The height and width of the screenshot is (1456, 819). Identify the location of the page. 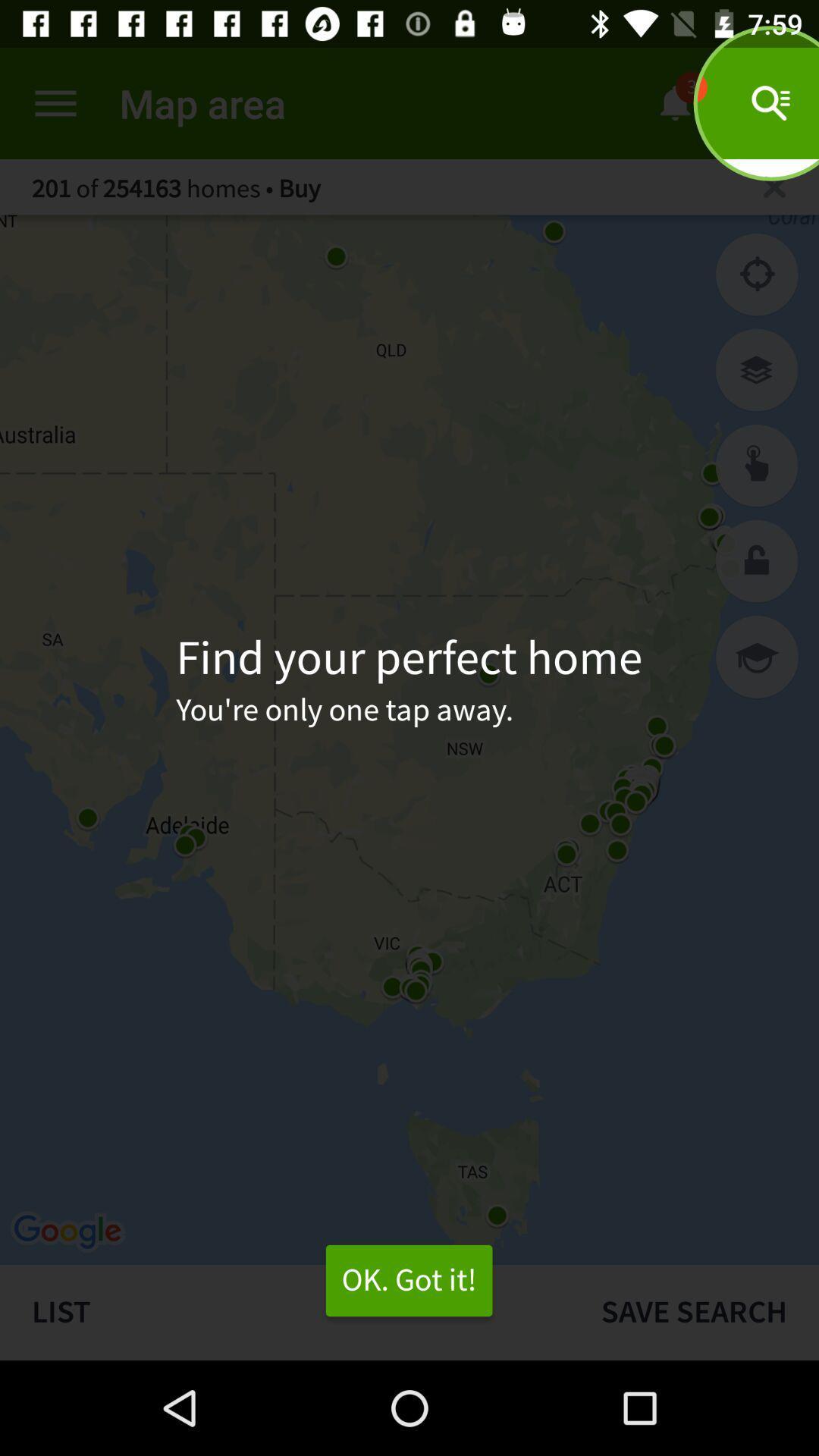
(774, 186).